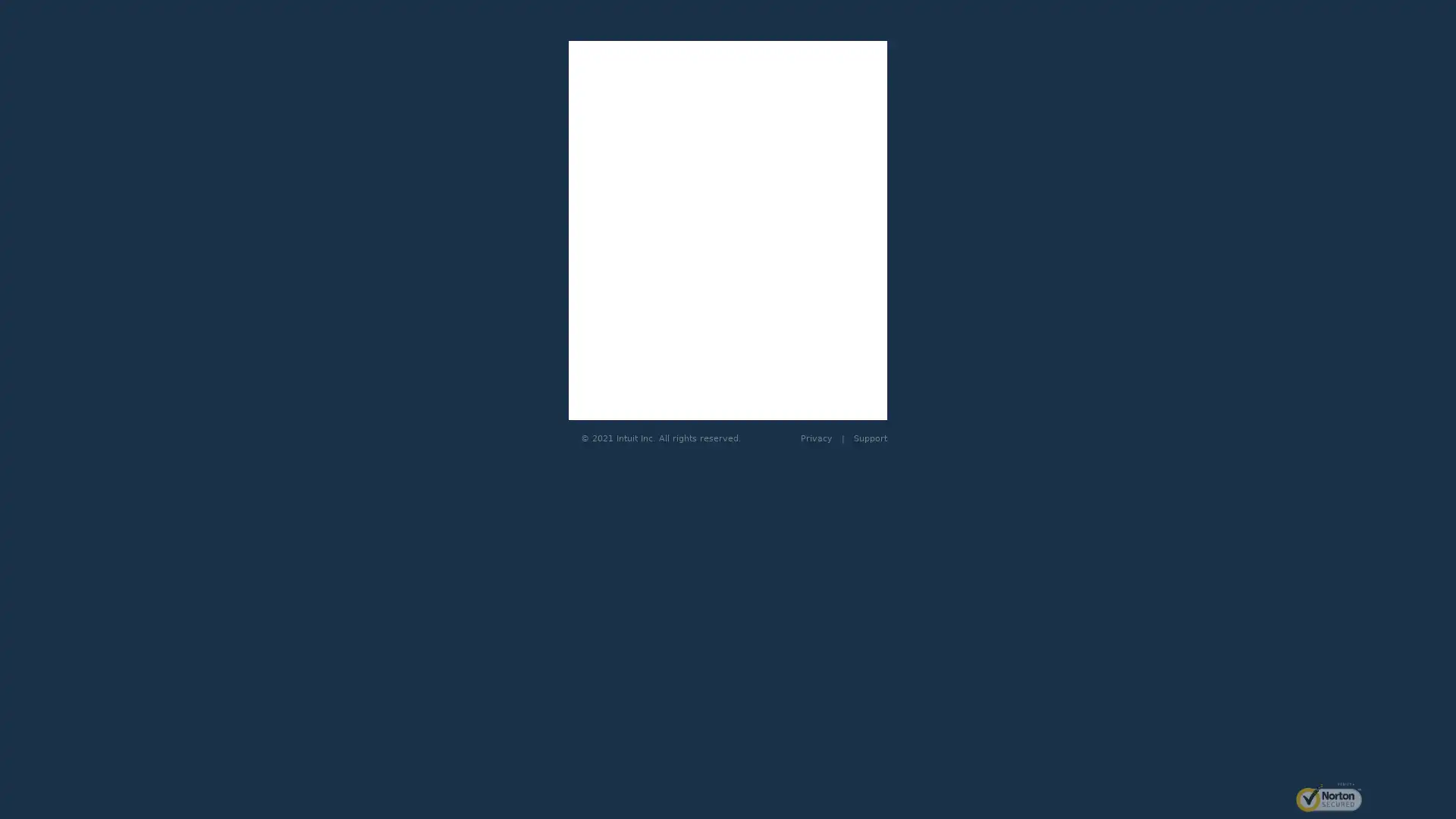 Image resolution: width=1456 pixels, height=819 pixels. What do you see at coordinates (789, 291) in the screenshot?
I see `Phone` at bounding box center [789, 291].